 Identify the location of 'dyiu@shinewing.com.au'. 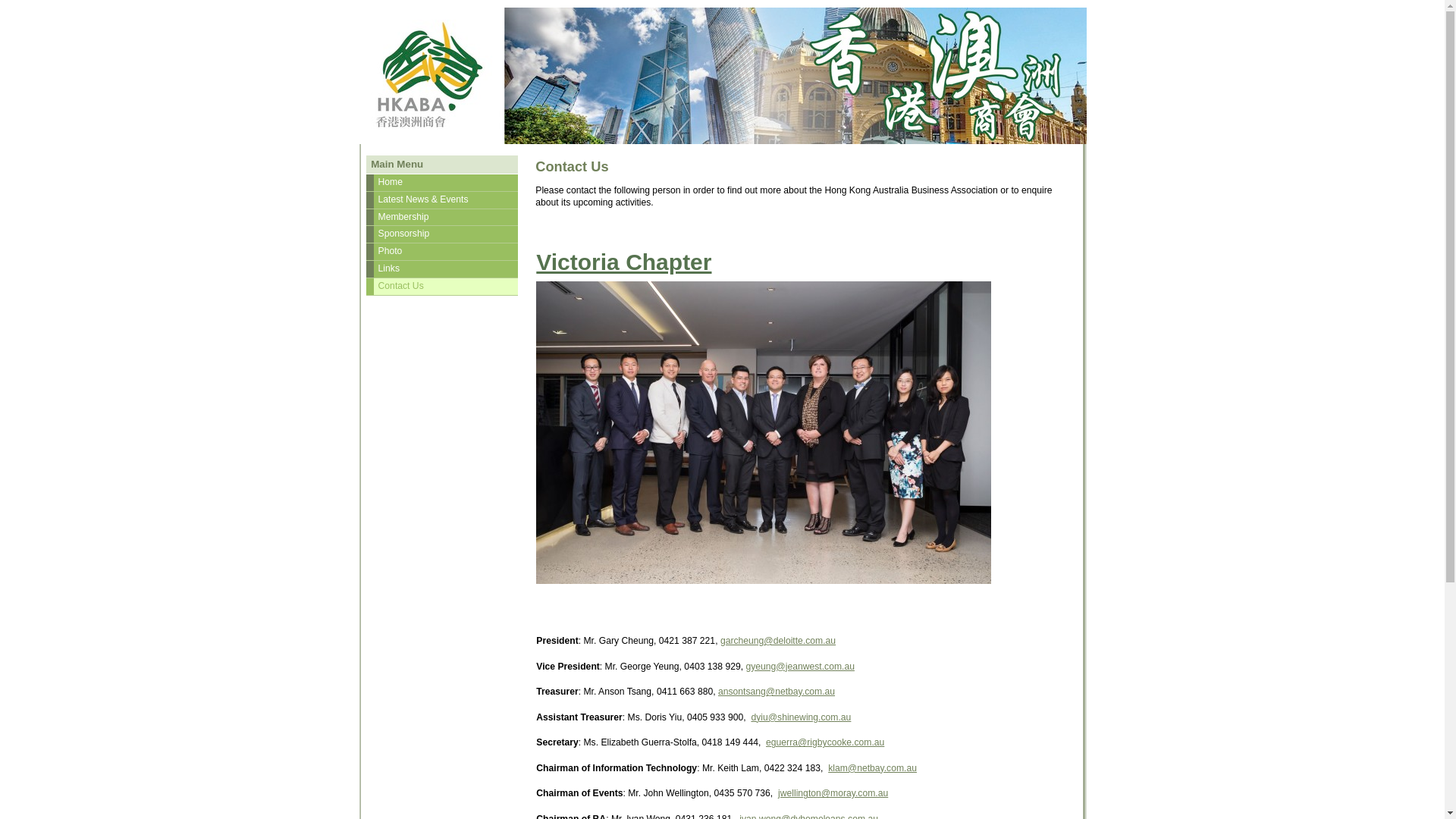
(800, 717).